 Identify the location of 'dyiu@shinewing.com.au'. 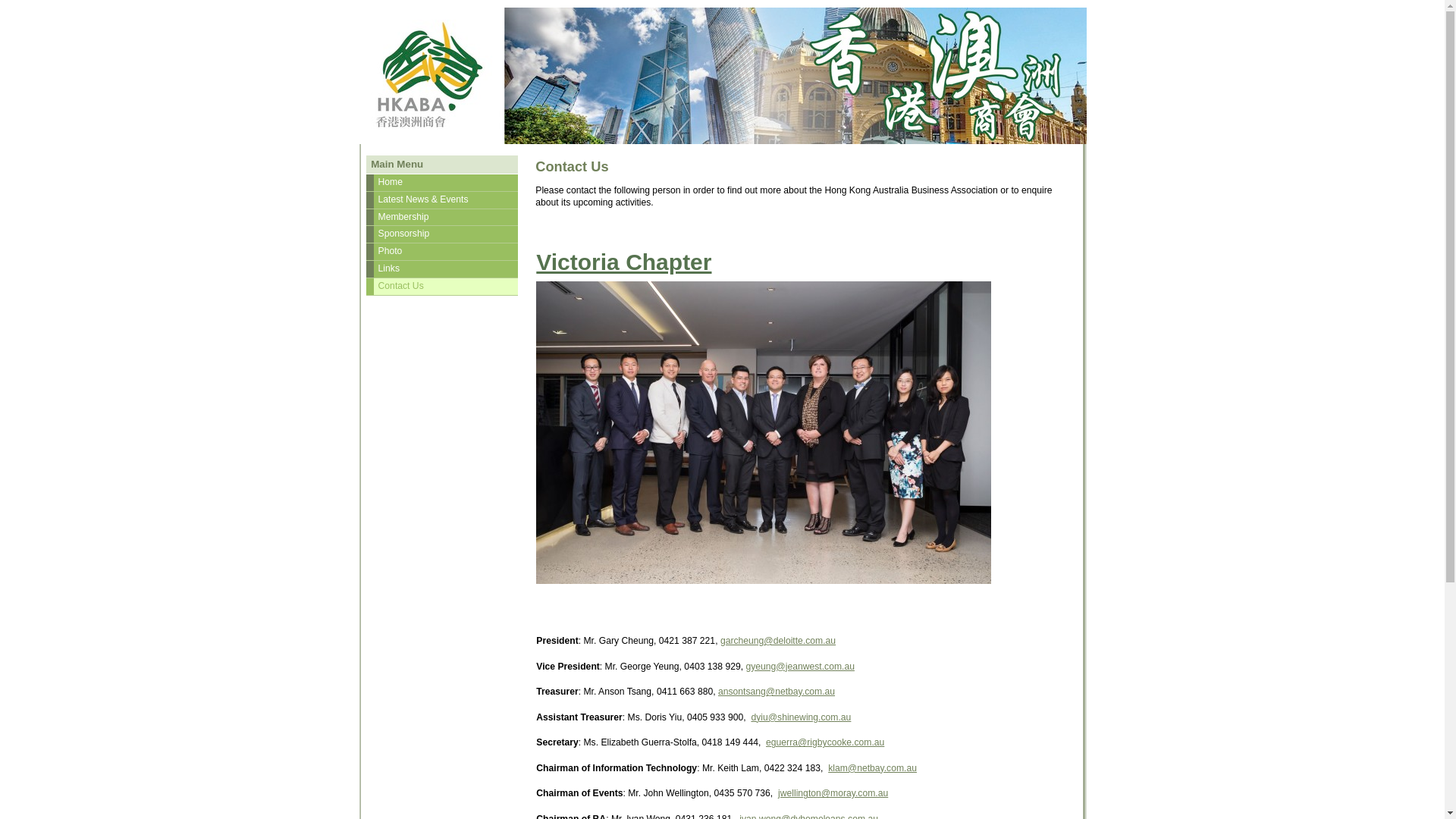
(800, 717).